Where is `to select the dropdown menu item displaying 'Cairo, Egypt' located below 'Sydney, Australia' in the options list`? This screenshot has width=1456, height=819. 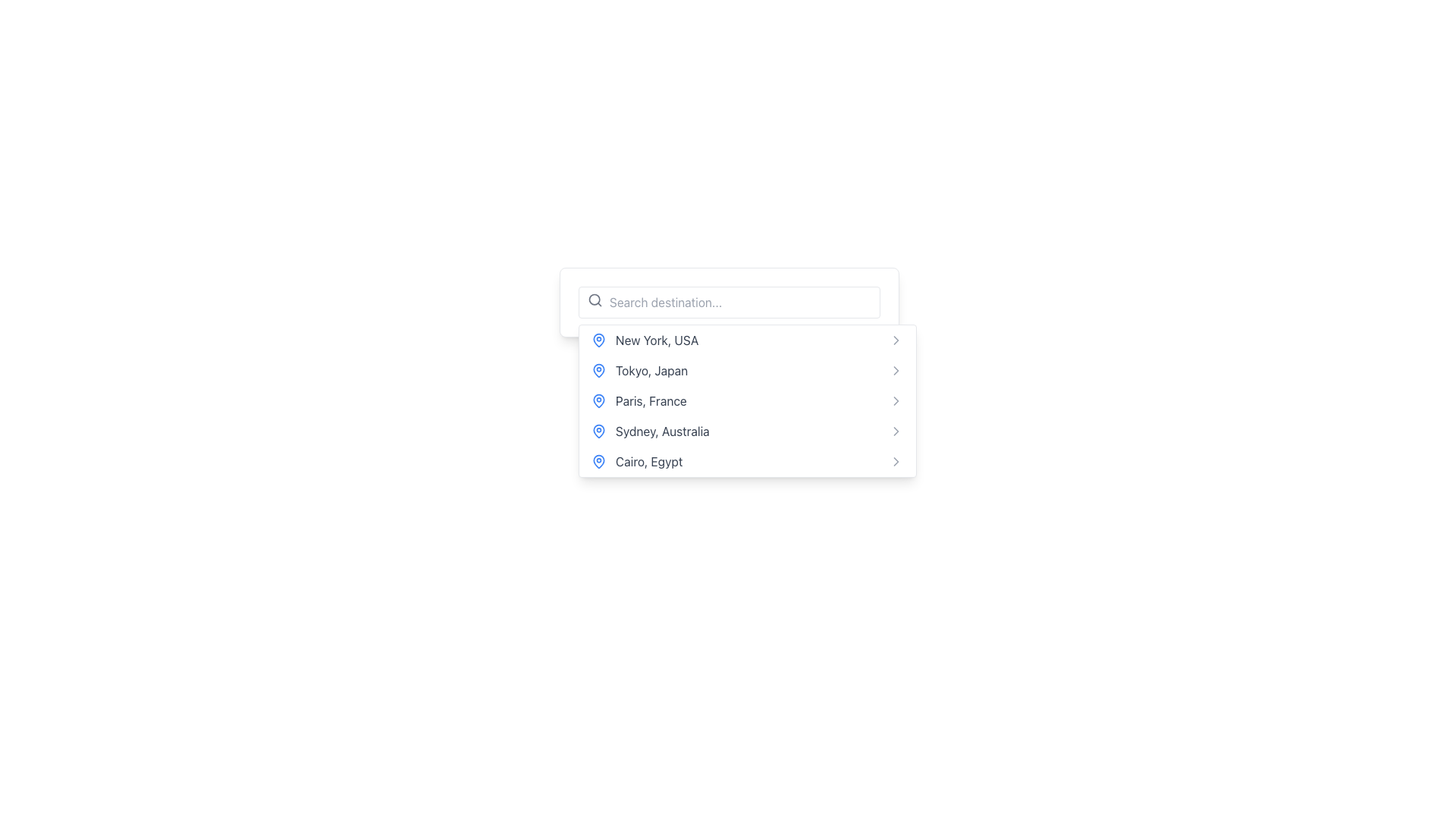
to select the dropdown menu item displaying 'Cairo, Egypt' located below 'Sydney, Australia' in the options list is located at coordinates (637, 461).